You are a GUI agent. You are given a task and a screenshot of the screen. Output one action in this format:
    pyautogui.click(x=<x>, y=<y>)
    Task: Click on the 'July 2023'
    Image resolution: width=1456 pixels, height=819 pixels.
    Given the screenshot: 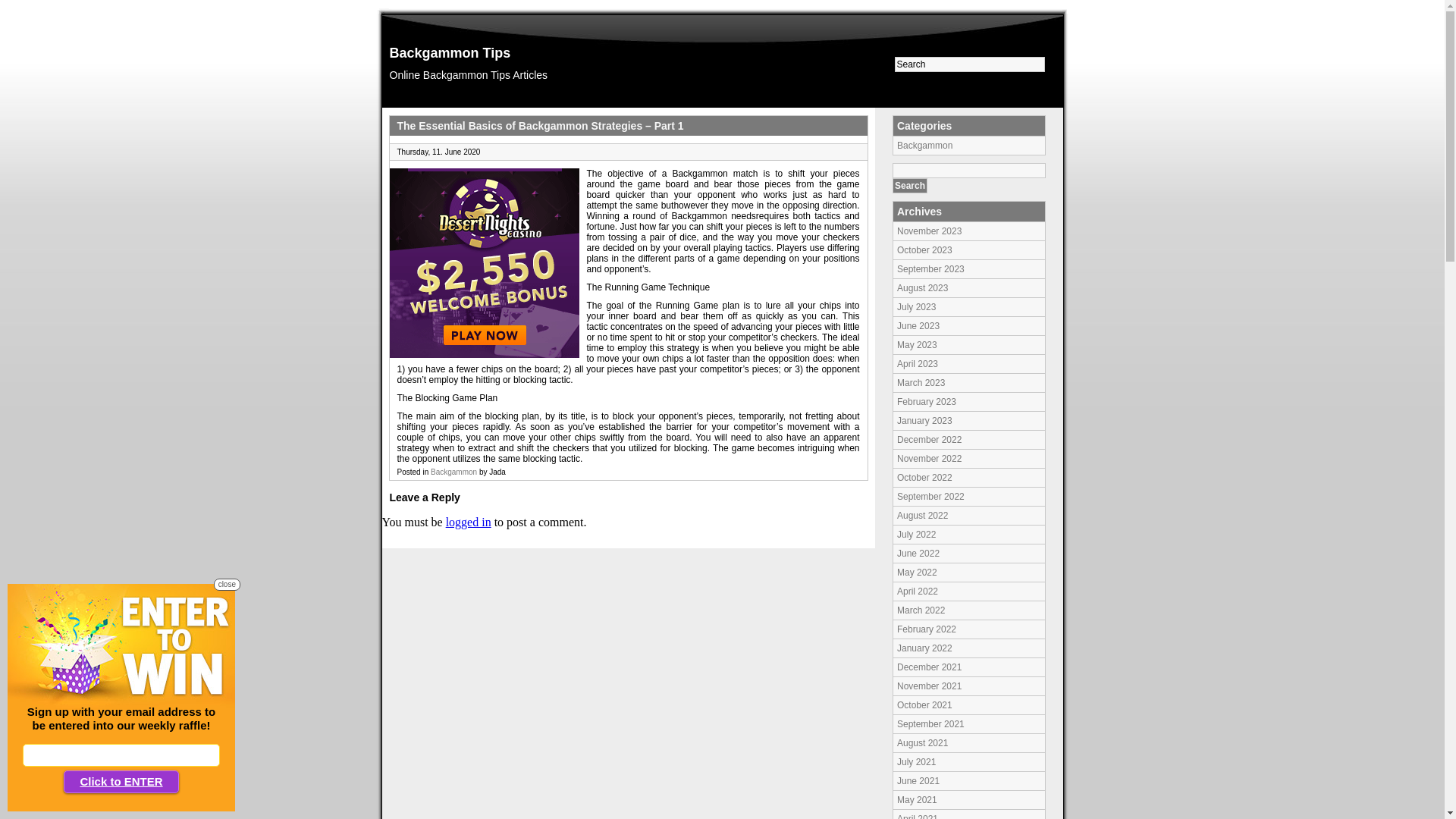 What is the action you would take?
    pyautogui.click(x=915, y=307)
    